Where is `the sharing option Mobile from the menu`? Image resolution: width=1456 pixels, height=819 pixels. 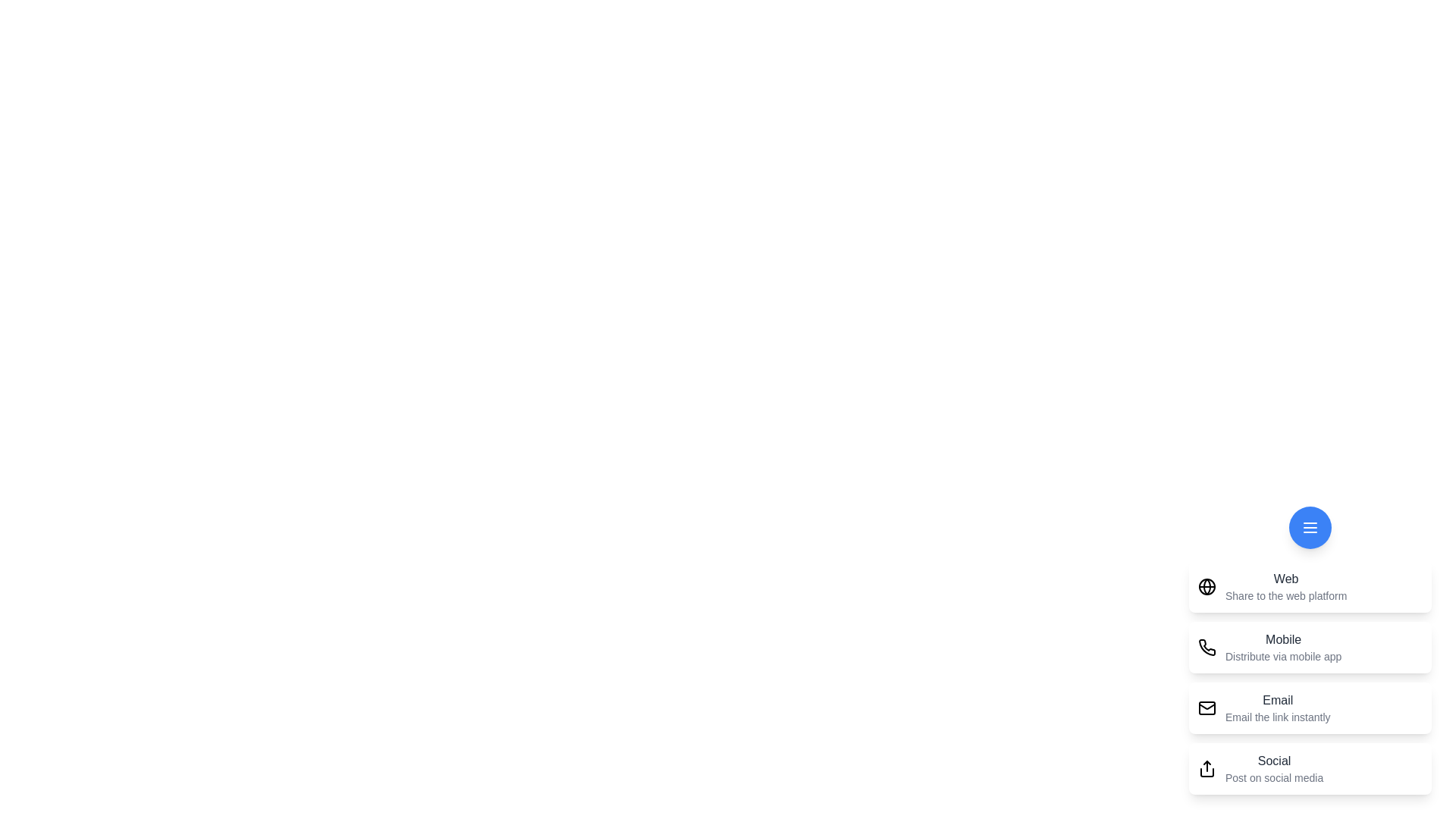 the sharing option Mobile from the menu is located at coordinates (1310, 647).